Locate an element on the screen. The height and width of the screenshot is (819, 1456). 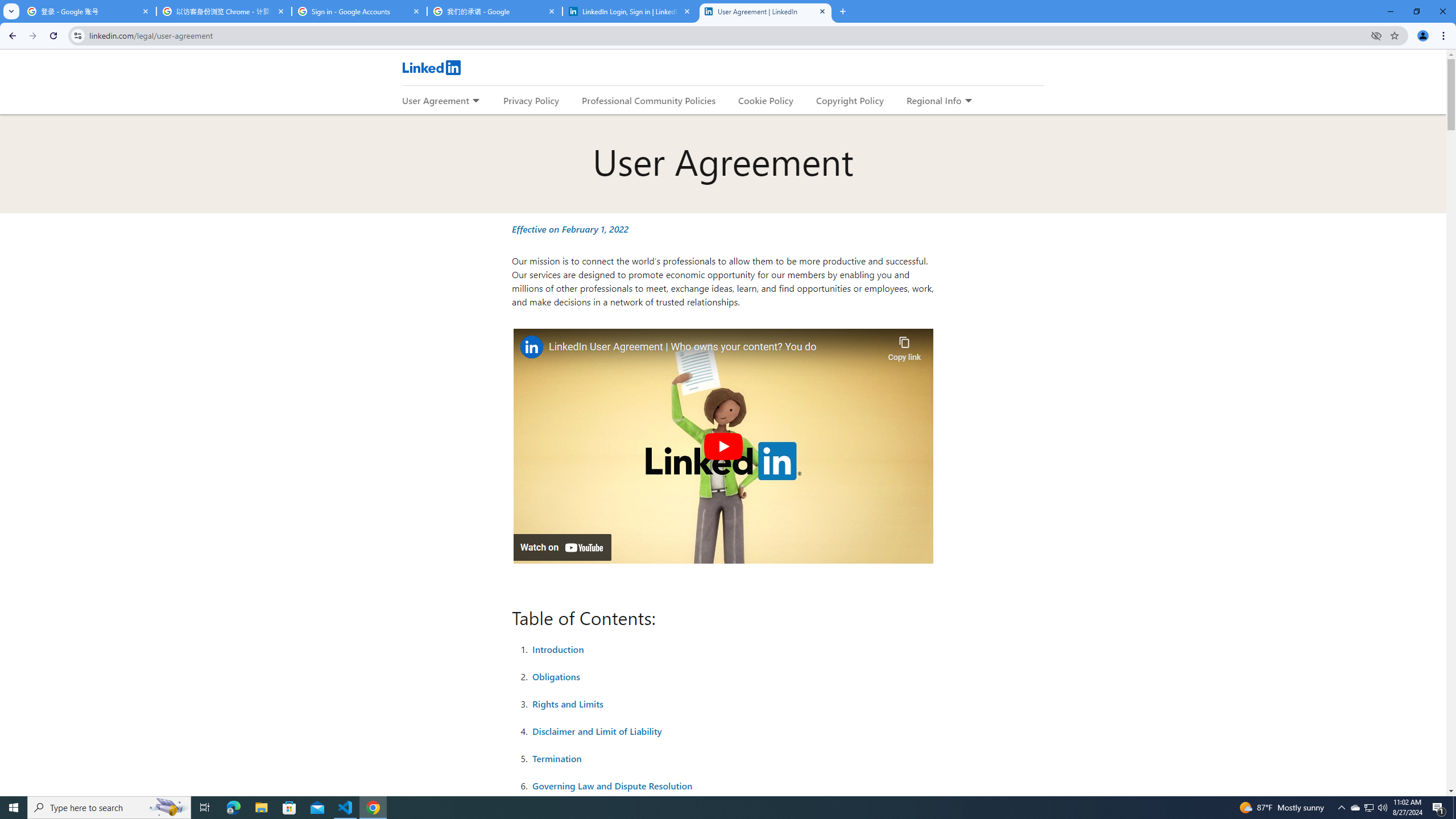
'Sign in - Google Accounts' is located at coordinates (359, 11).